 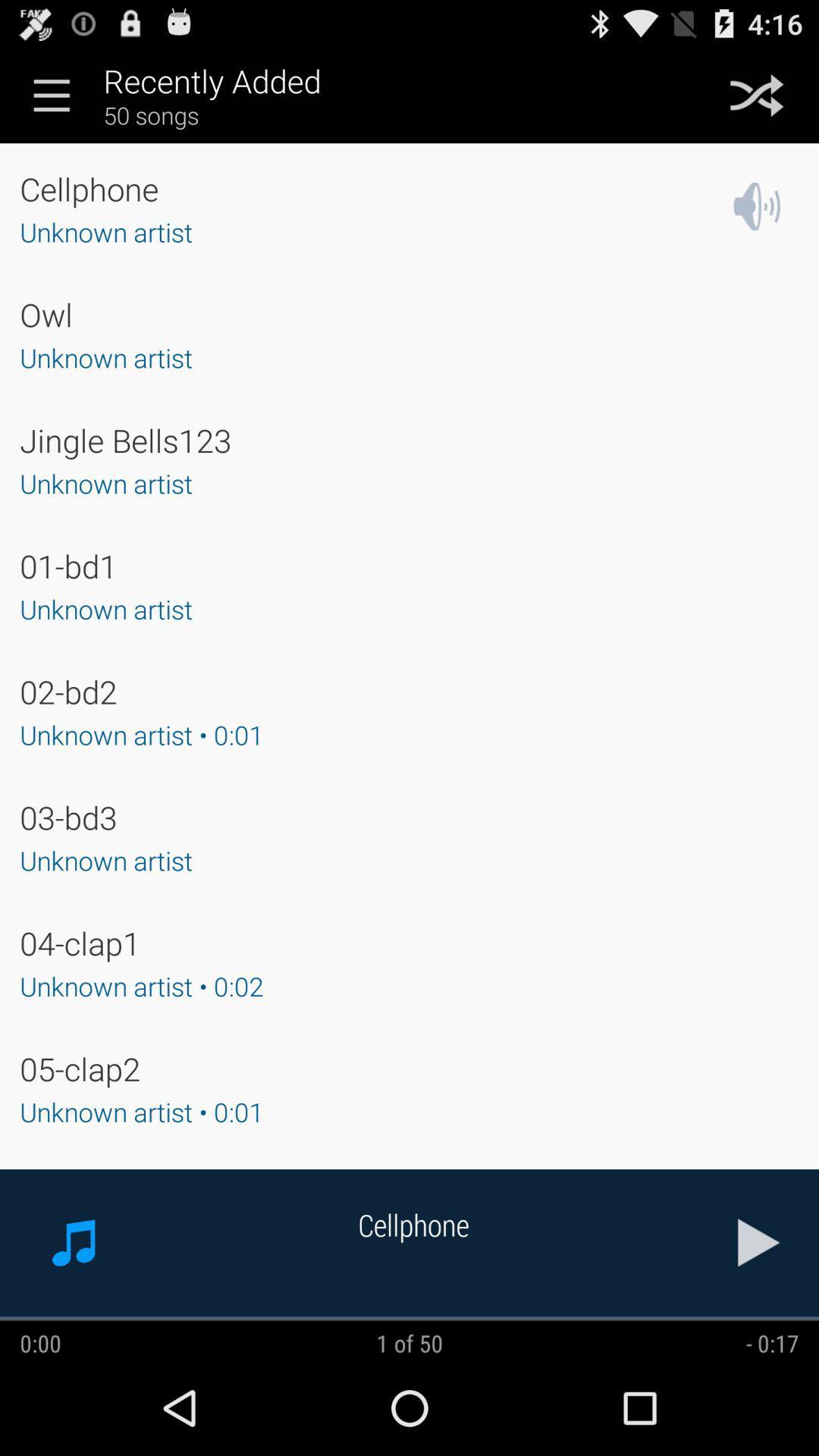 I want to click on the menu icon, so click(x=51, y=94).